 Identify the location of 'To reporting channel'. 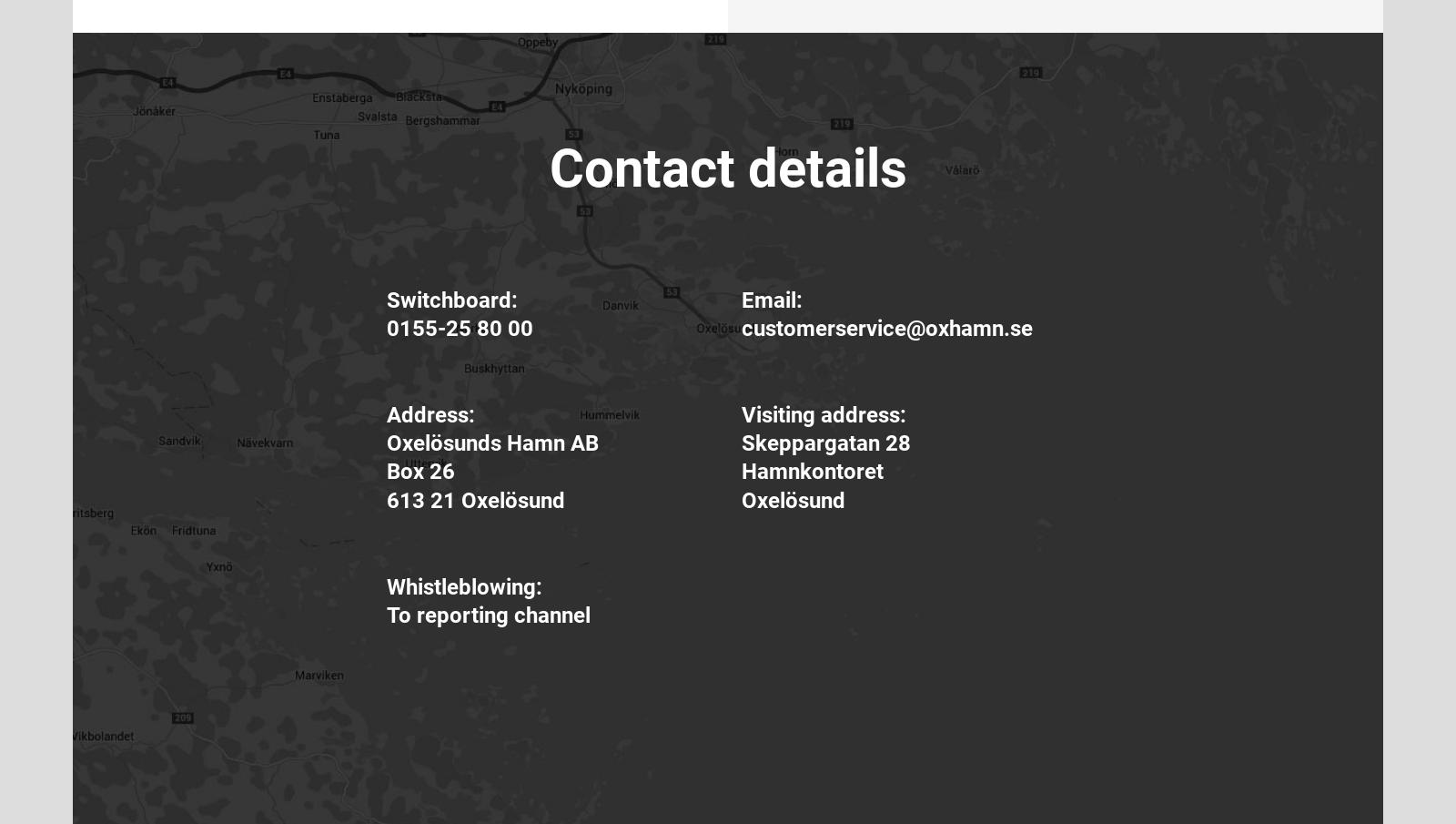
(487, 615).